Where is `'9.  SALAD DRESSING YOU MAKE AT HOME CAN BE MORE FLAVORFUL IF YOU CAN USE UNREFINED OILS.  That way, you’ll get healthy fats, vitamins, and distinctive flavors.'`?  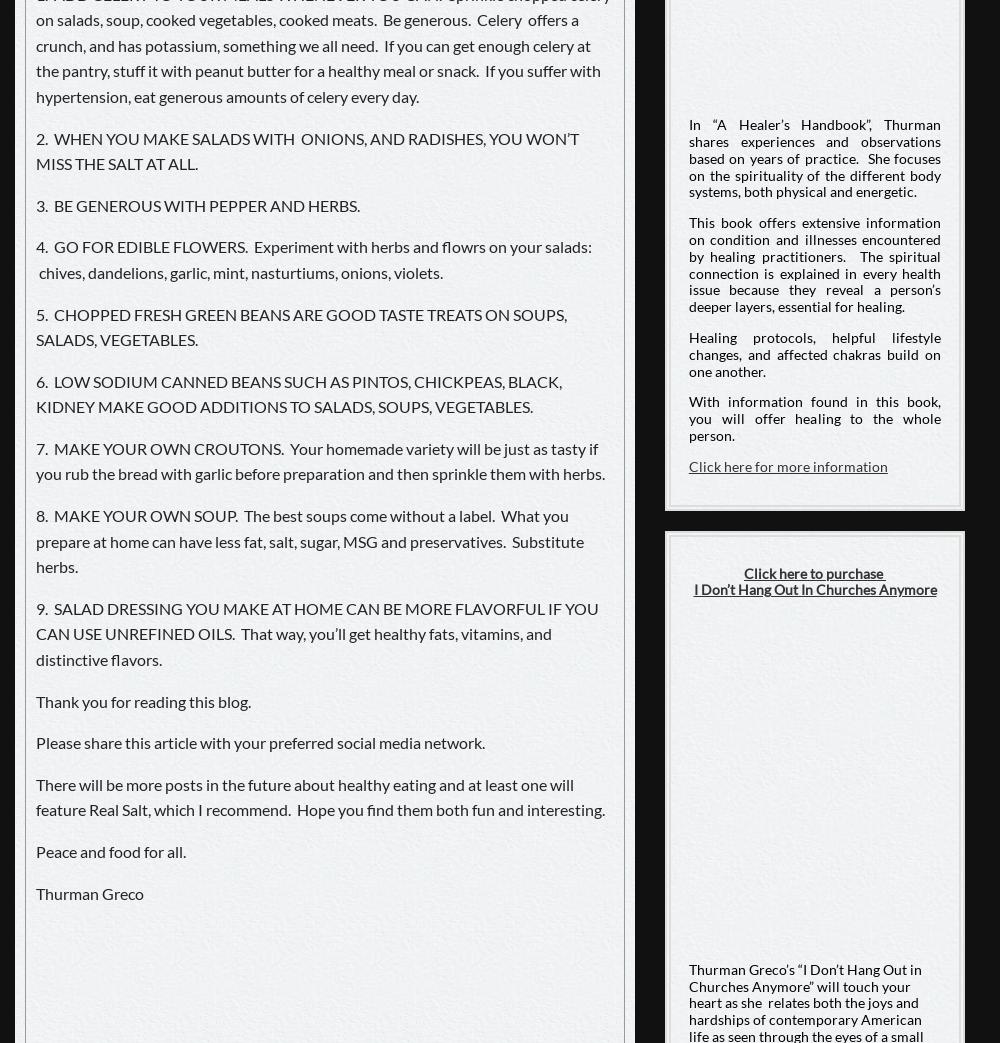 '9.  SALAD DRESSING YOU MAKE AT HOME CAN BE MORE FLAVORFUL IF YOU CAN USE UNREFINED OILS.  That way, you’ll get healthy fats, vitamins, and distinctive flavors.' is located at coordinates (316, 632).